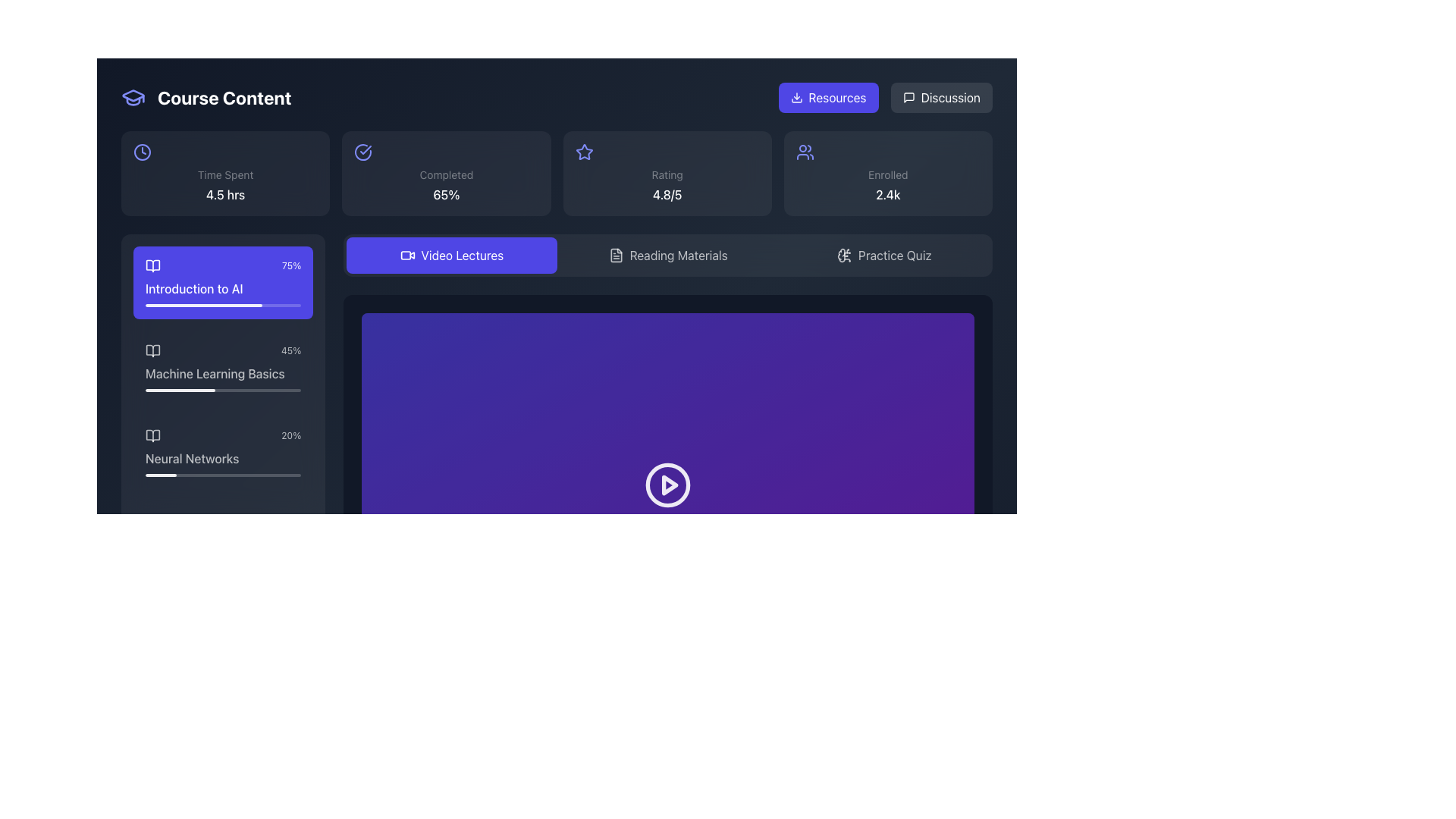  Describe the element at coordinates (152, 435) in the screenshot. I see `the 'Neural Networks' icon located in the left sidebar, which visually represents the 'Neural Networks' section and is positioned to the left of the accompanying text` at that location.